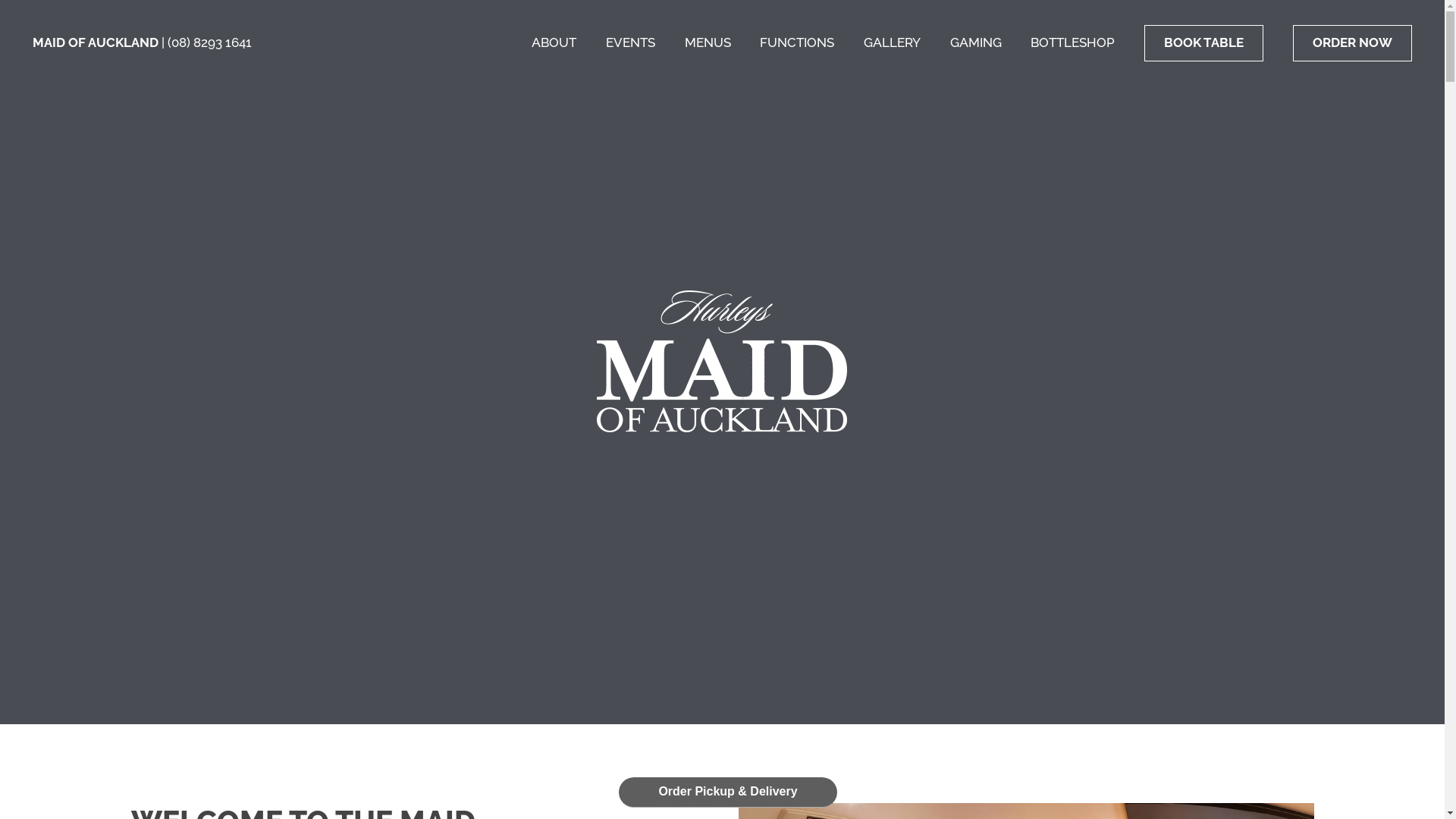 The image size is (1456, 819). Describe the element at coordinates (33, 42) in the screenshot. I see `'MAID OF AUCKLAND | (08) 8293 1641'` at that location.